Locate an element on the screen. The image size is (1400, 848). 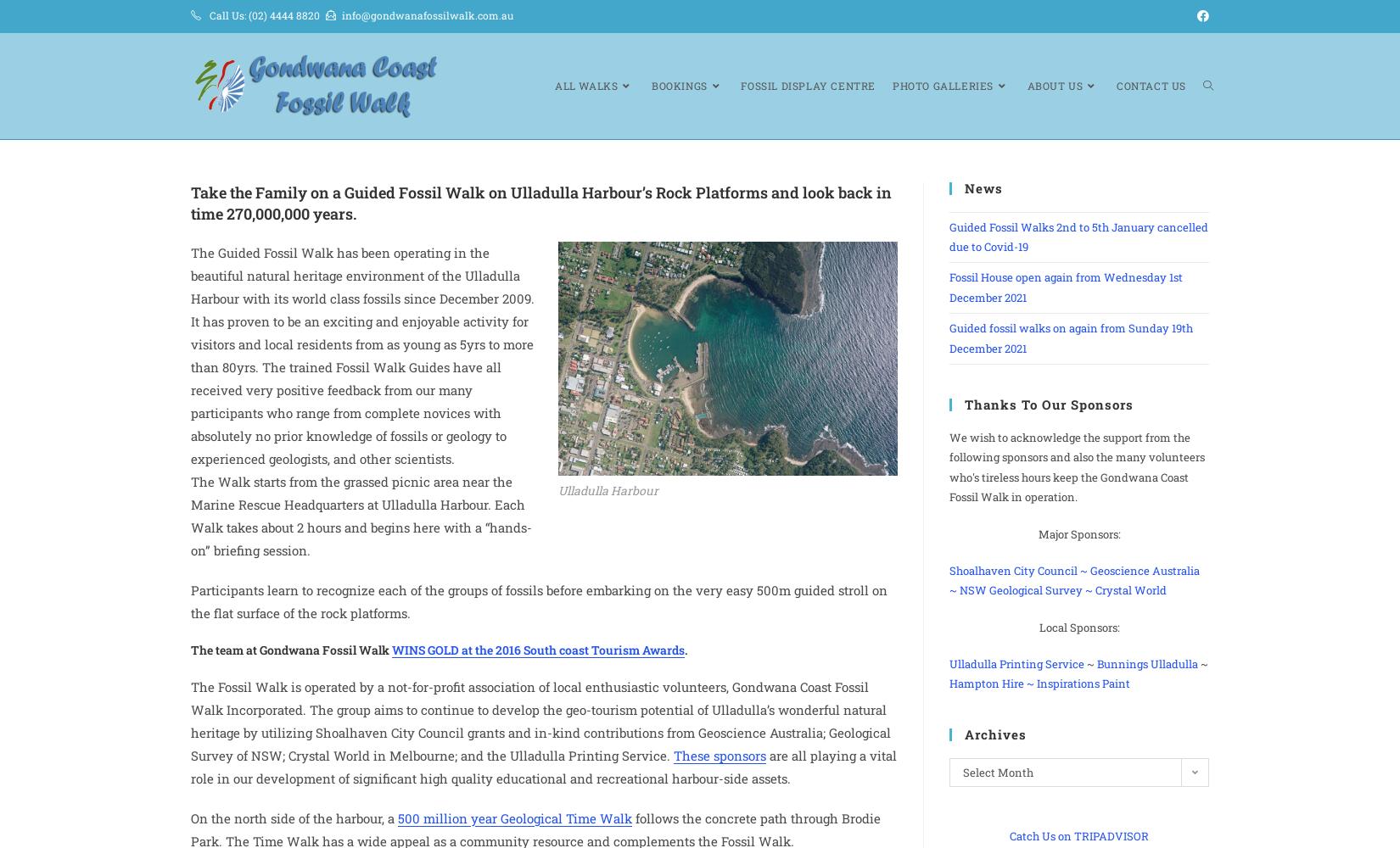
'Inspirations Paint' is located at coordinates (1082, 683).